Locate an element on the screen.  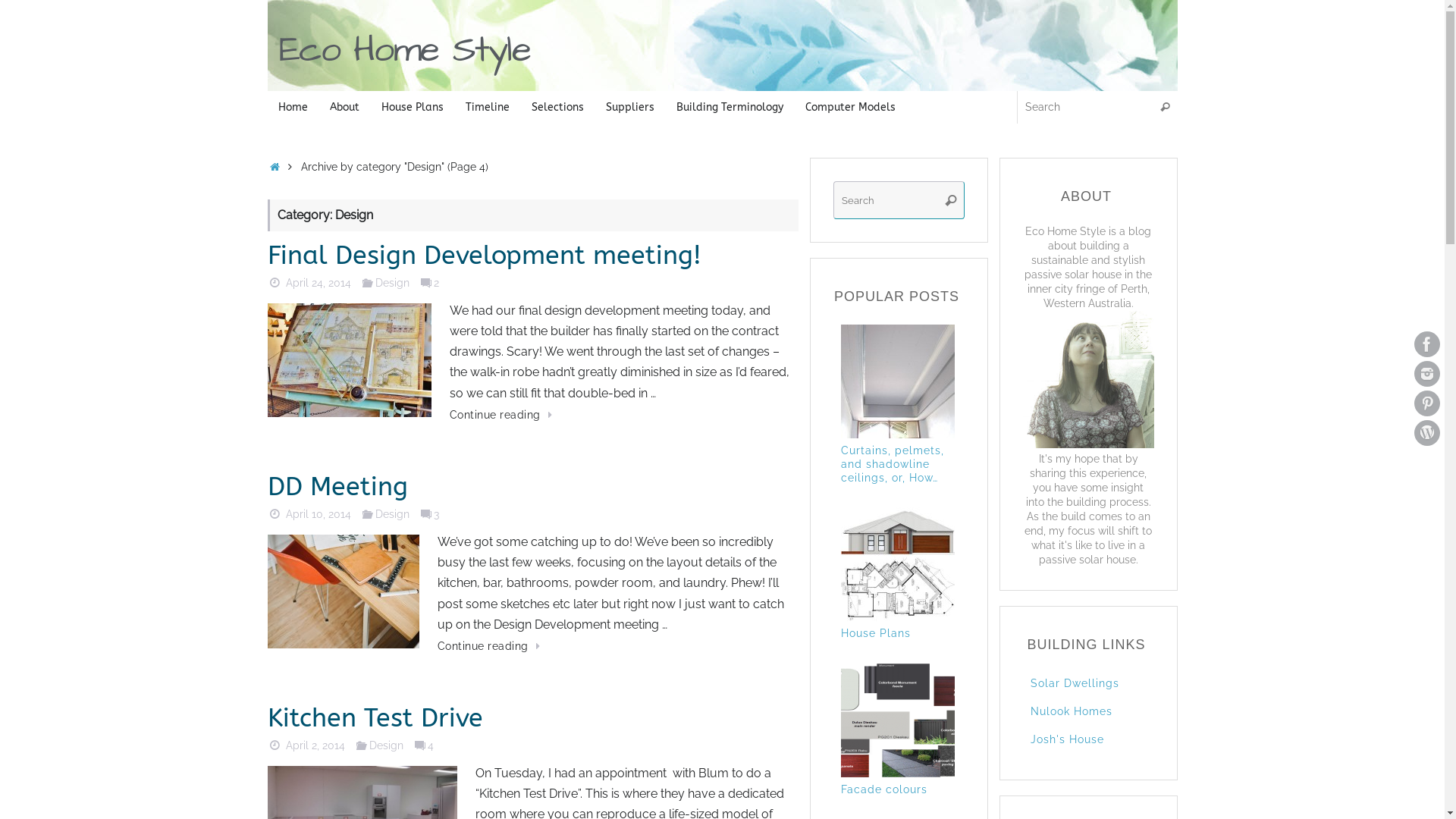
'Timeline' is located at coordinates (454, 106).